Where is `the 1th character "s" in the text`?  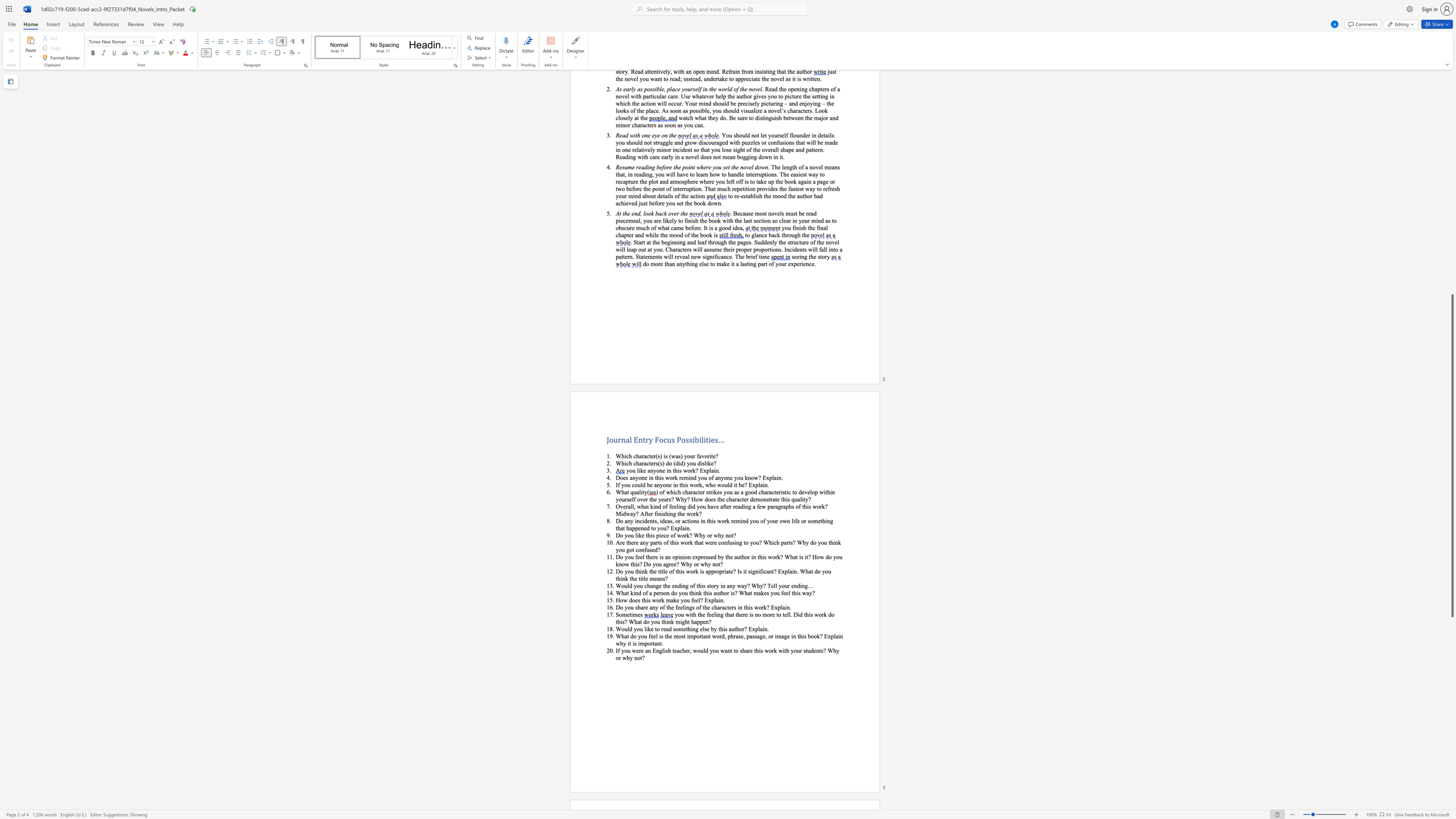
the 1th character "s" in the text is located at coordinates (752, 614).